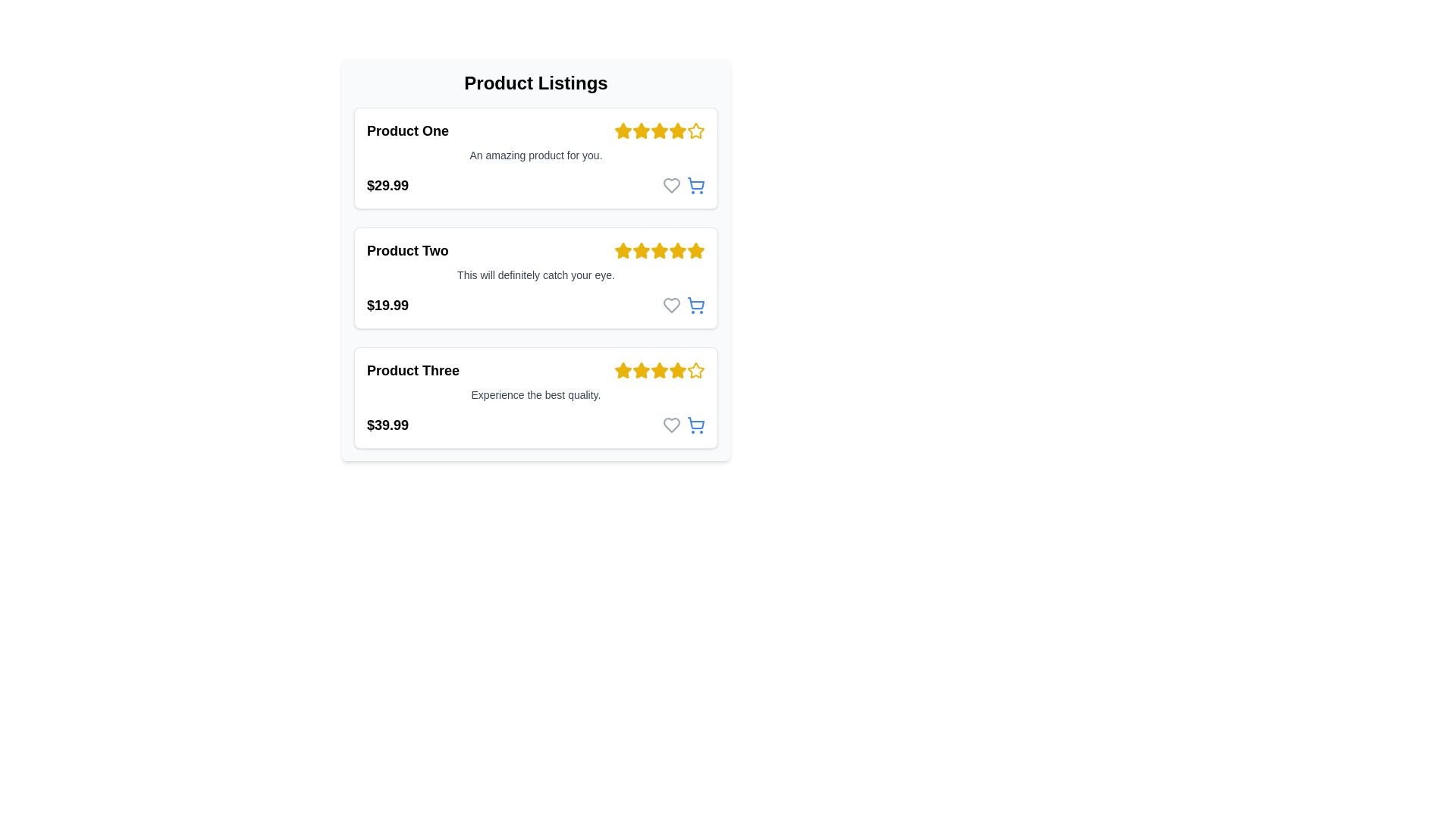 This screenshot has height=819, width=1456. I want to click on the first yellow star-shaped rating icon for 'Product Two' located in the second product card to rate it, so click(623, 250).